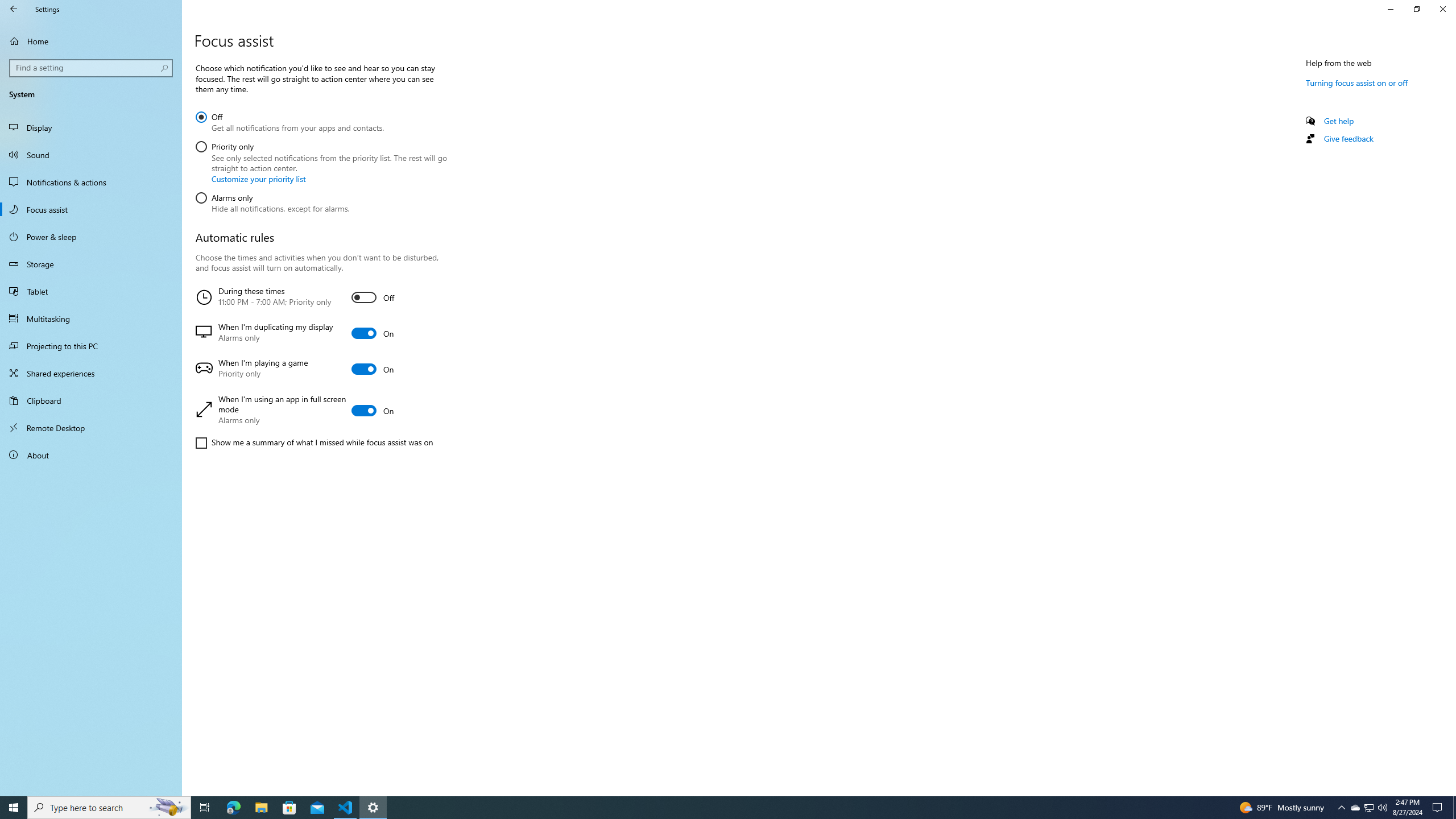  What do you see at coordinates (90, 290) in the screenshot?
I see `'Tablet'` at bounding box center [90, 290].